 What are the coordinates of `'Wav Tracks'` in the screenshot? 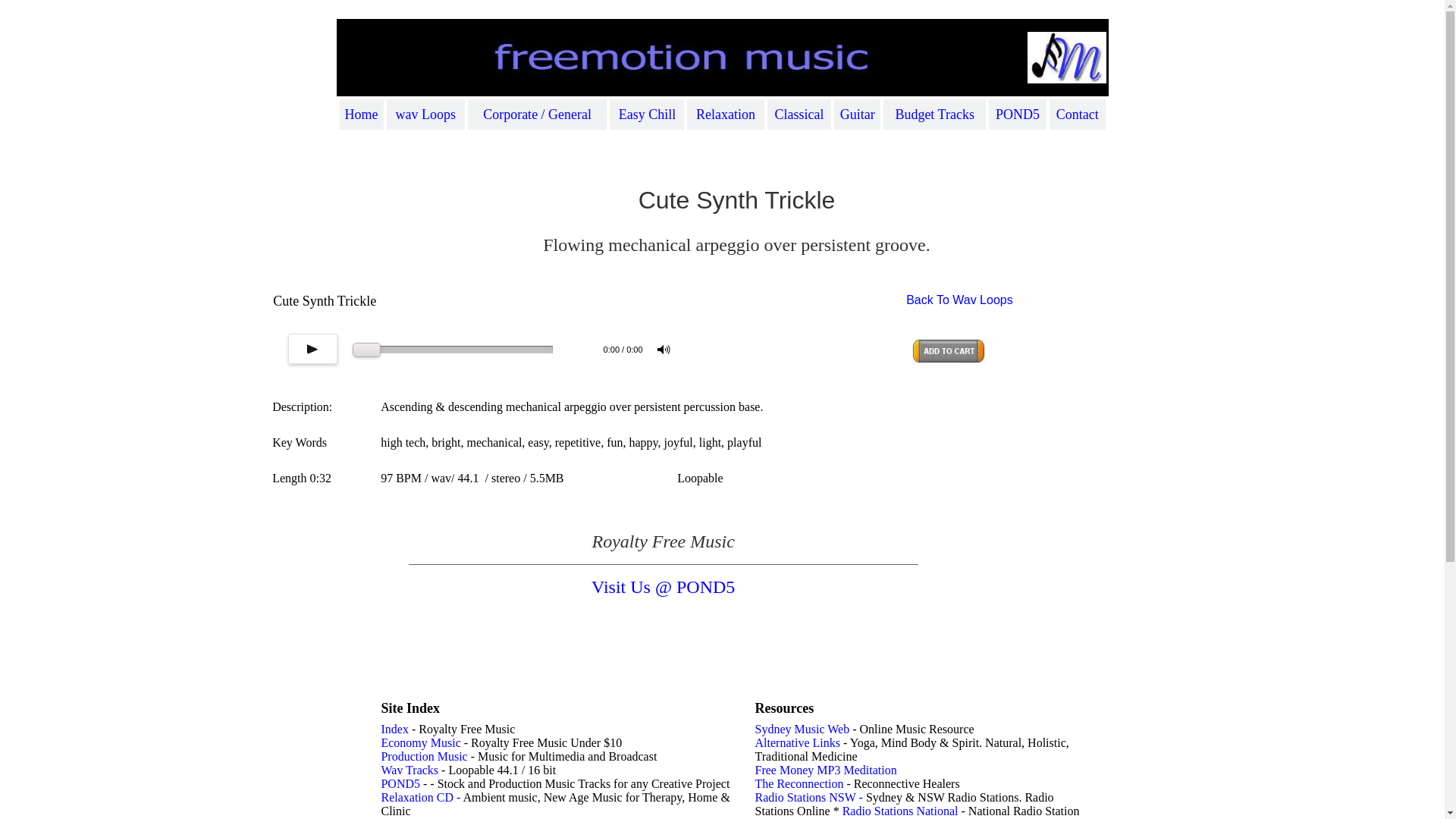 It's located at (409, 770).